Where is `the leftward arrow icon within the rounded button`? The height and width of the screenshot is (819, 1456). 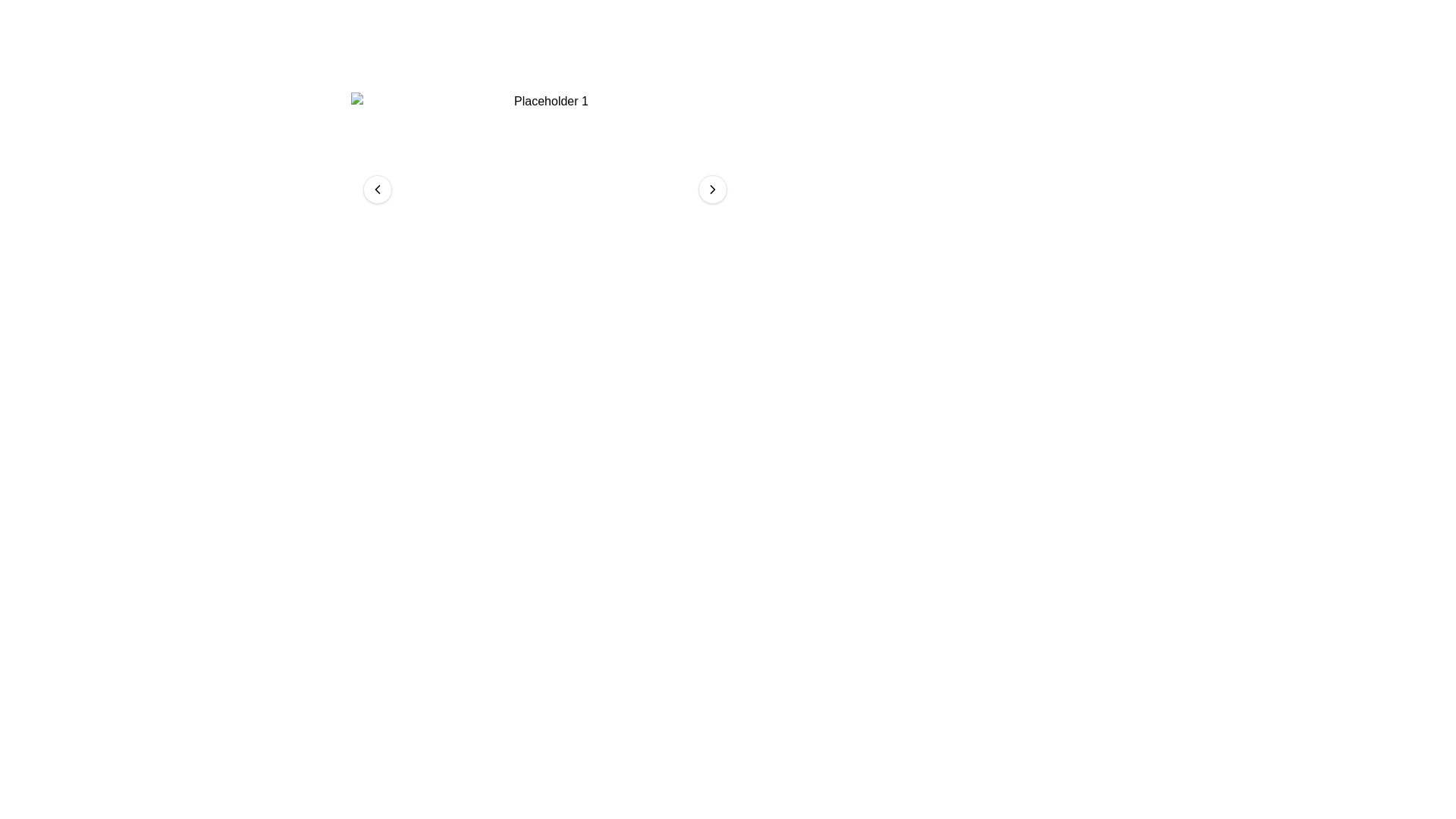 the leftward arrow icon within the rounded button is located at coordinates (378, 189).